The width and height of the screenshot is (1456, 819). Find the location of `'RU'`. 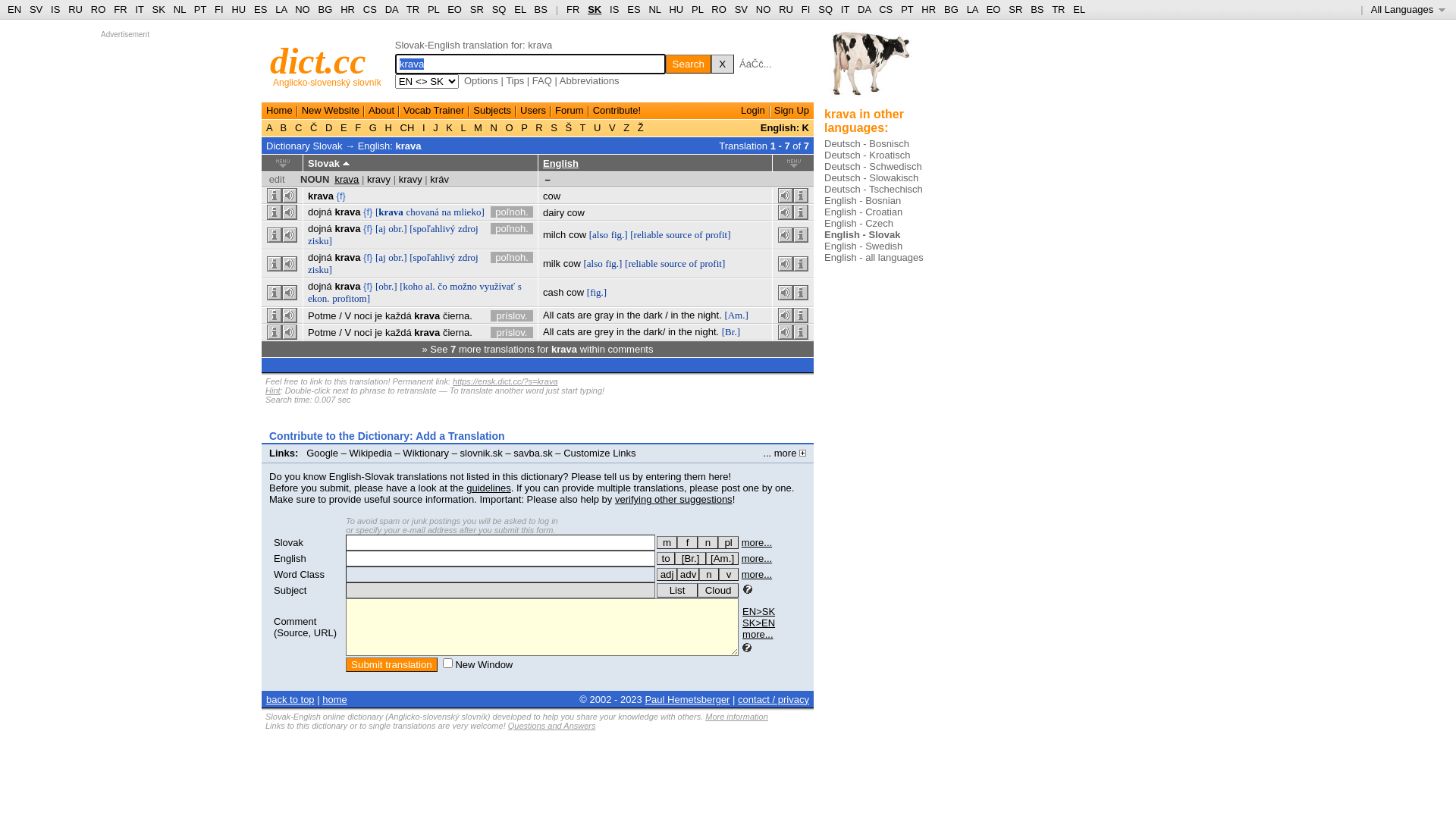

'RU' is located at coordinates (786, 9).